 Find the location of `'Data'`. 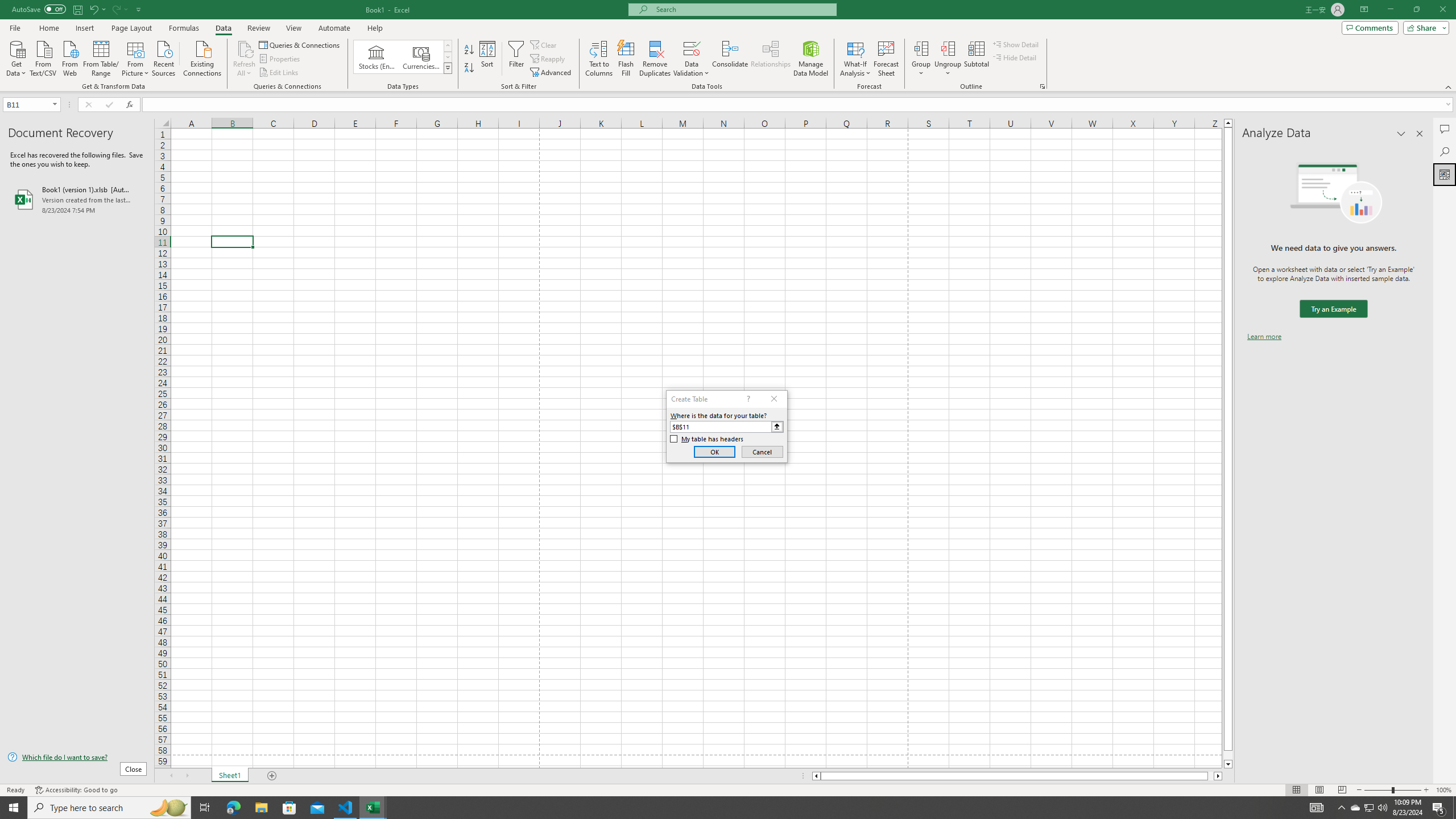

'Data' is located at coordinates (222, 28).